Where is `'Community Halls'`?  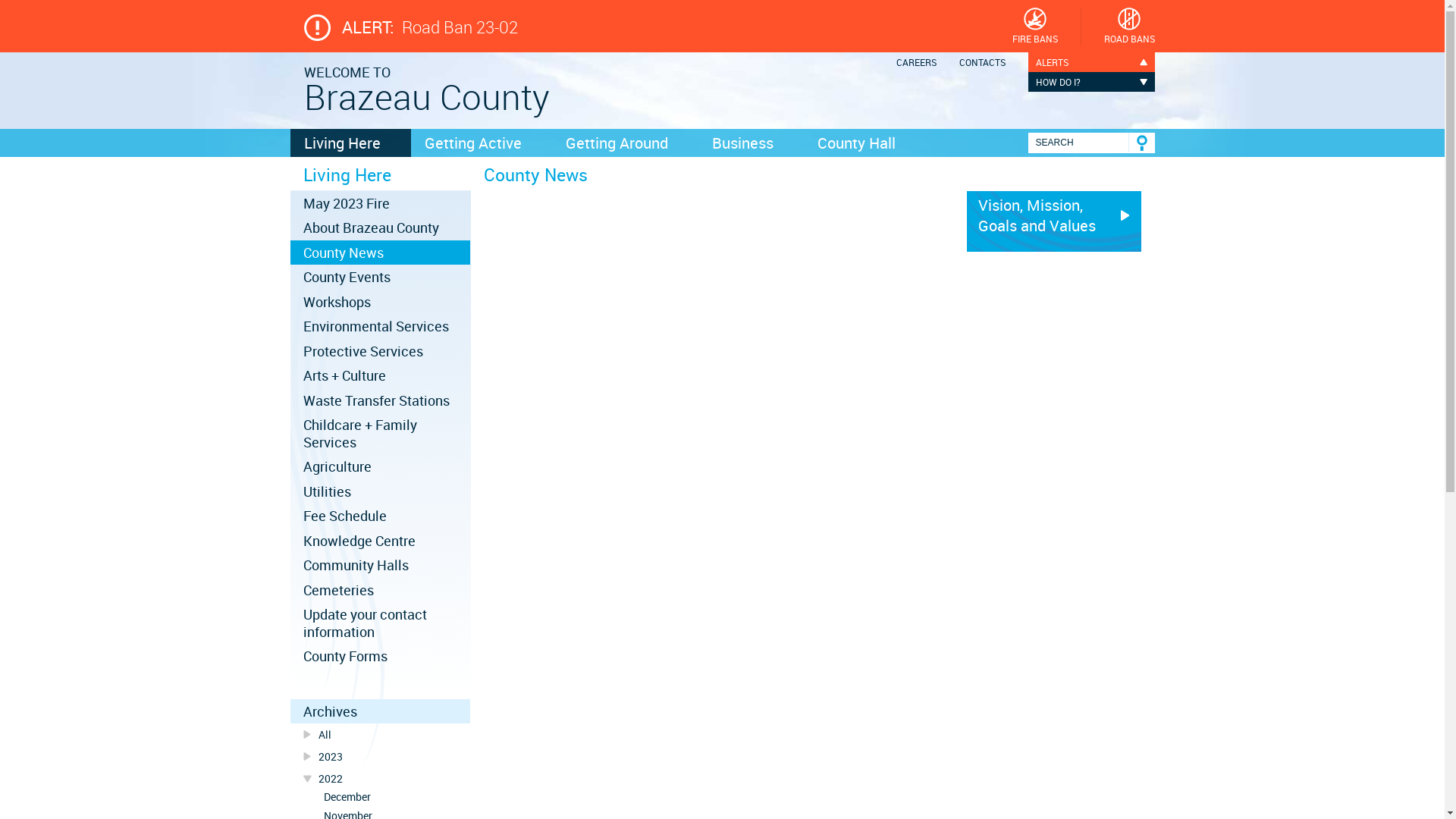 'Community Halls' is located at coordinates (379, 564).